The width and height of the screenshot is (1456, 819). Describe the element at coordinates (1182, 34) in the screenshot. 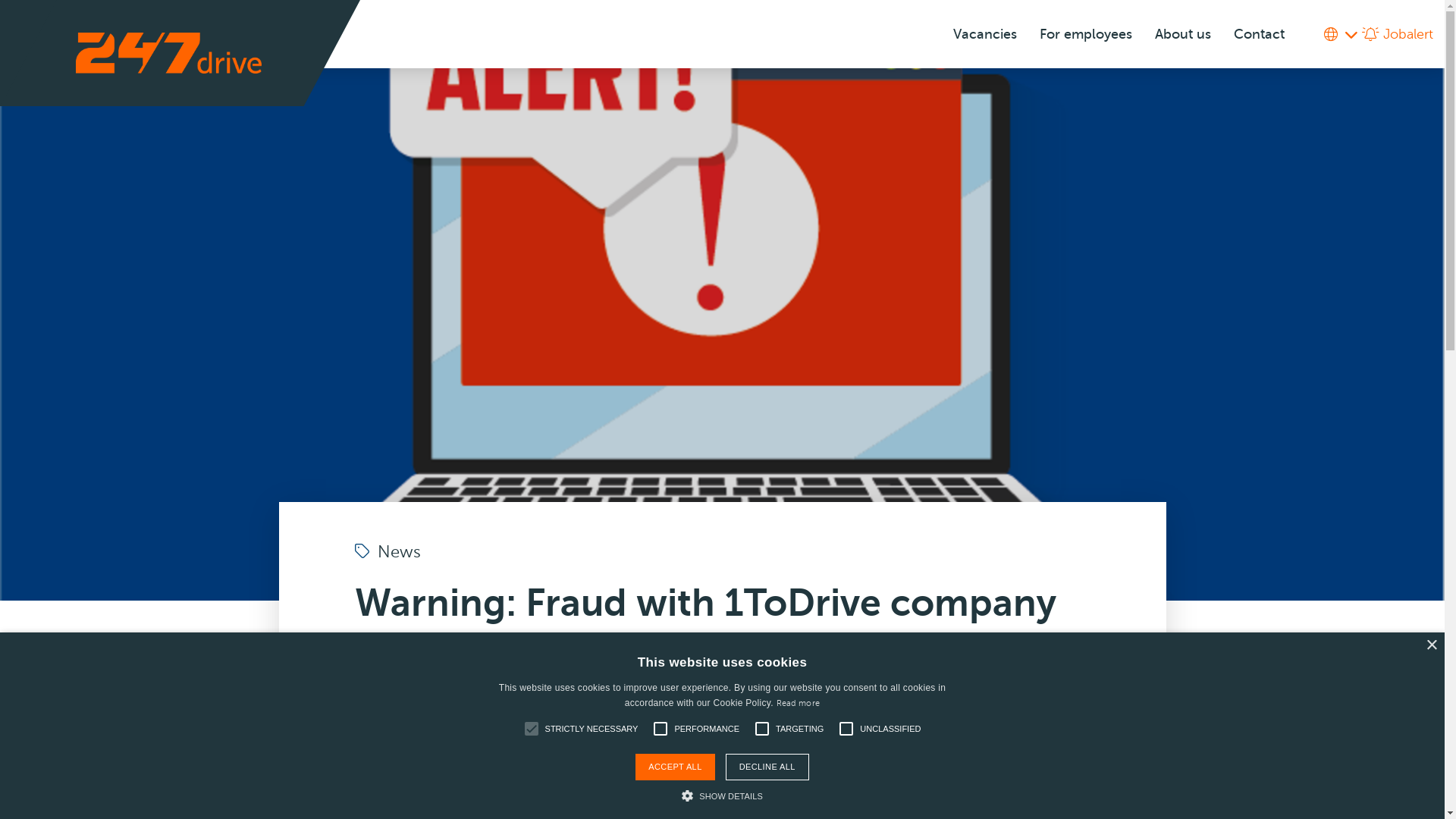

I see `'About us'` at that location.